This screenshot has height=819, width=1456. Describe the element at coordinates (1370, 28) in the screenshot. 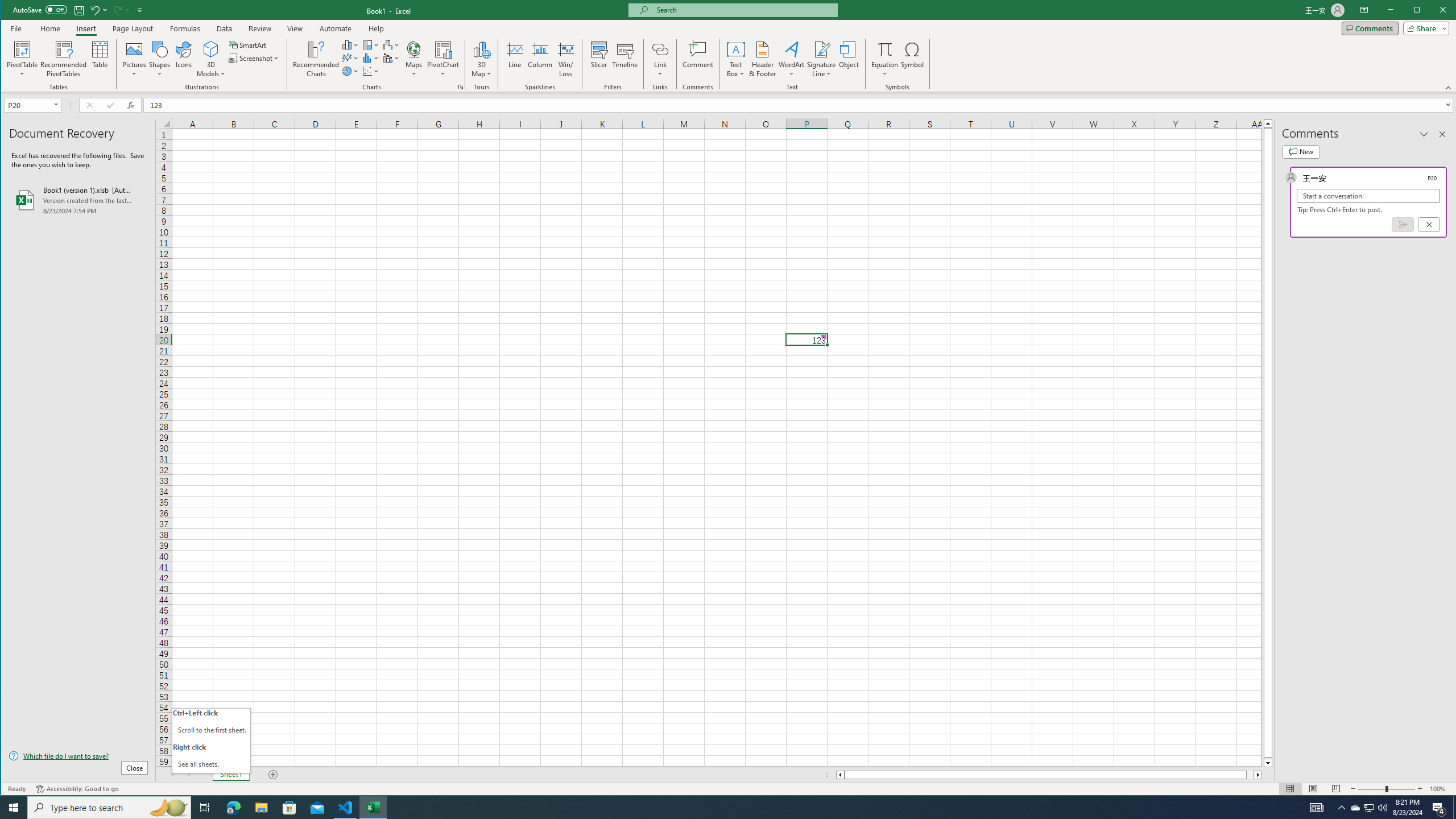

I see `'Comments'` at that location.